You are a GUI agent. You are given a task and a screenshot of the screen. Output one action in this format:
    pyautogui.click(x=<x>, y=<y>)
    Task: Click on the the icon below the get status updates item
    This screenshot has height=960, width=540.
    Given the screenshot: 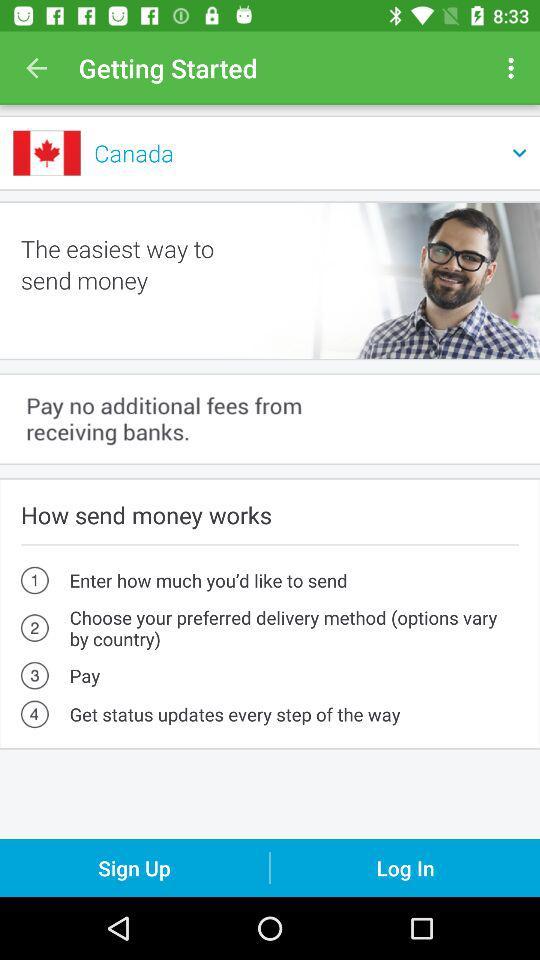 What is the action you would take?
    pyautogui.click(x=405, y=867)
    